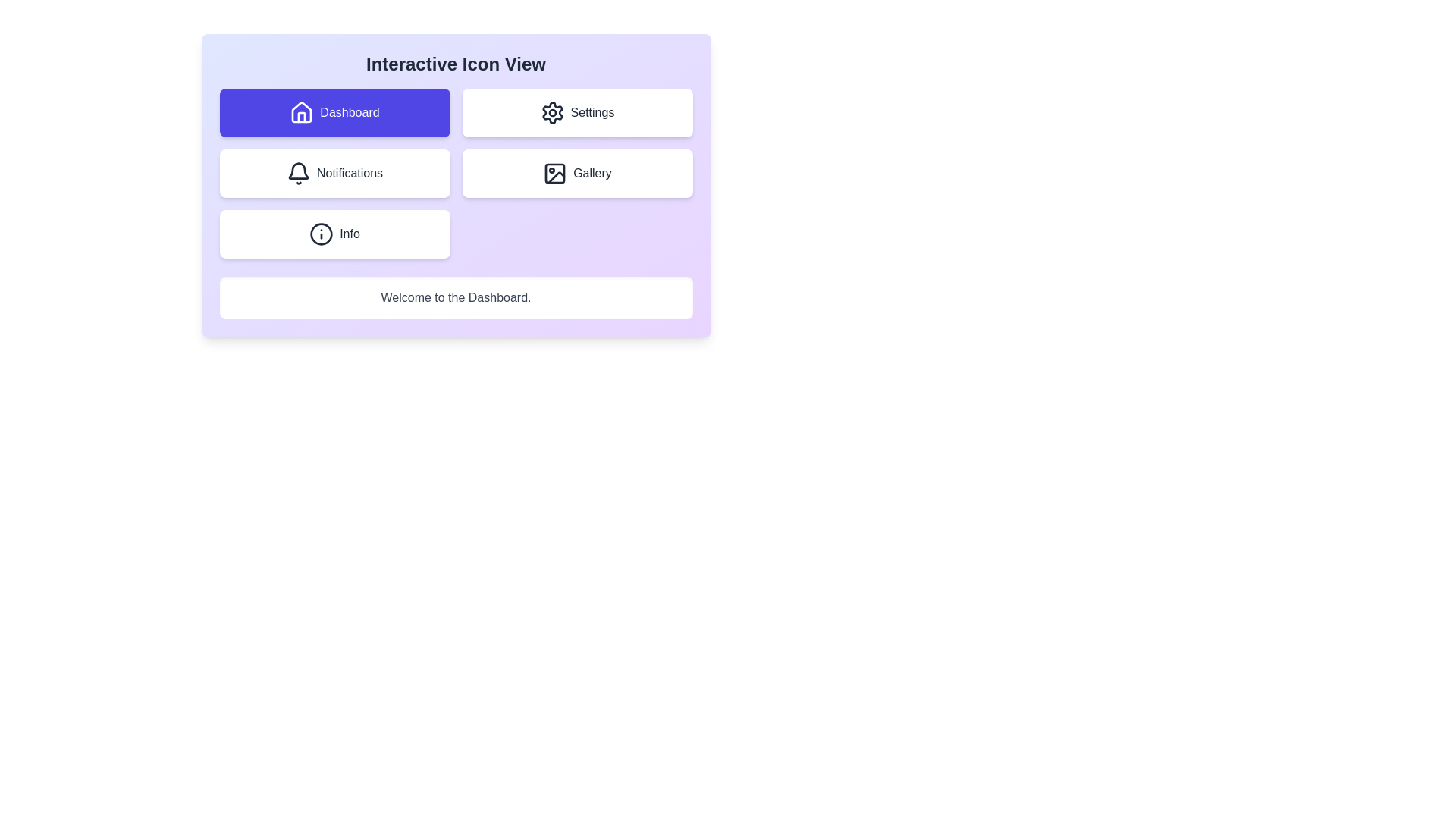 The width and height of the screenshot is (1456, 819). I want to click on the Gallery button icon, which is the left-most part of the button, so click(554, 172).